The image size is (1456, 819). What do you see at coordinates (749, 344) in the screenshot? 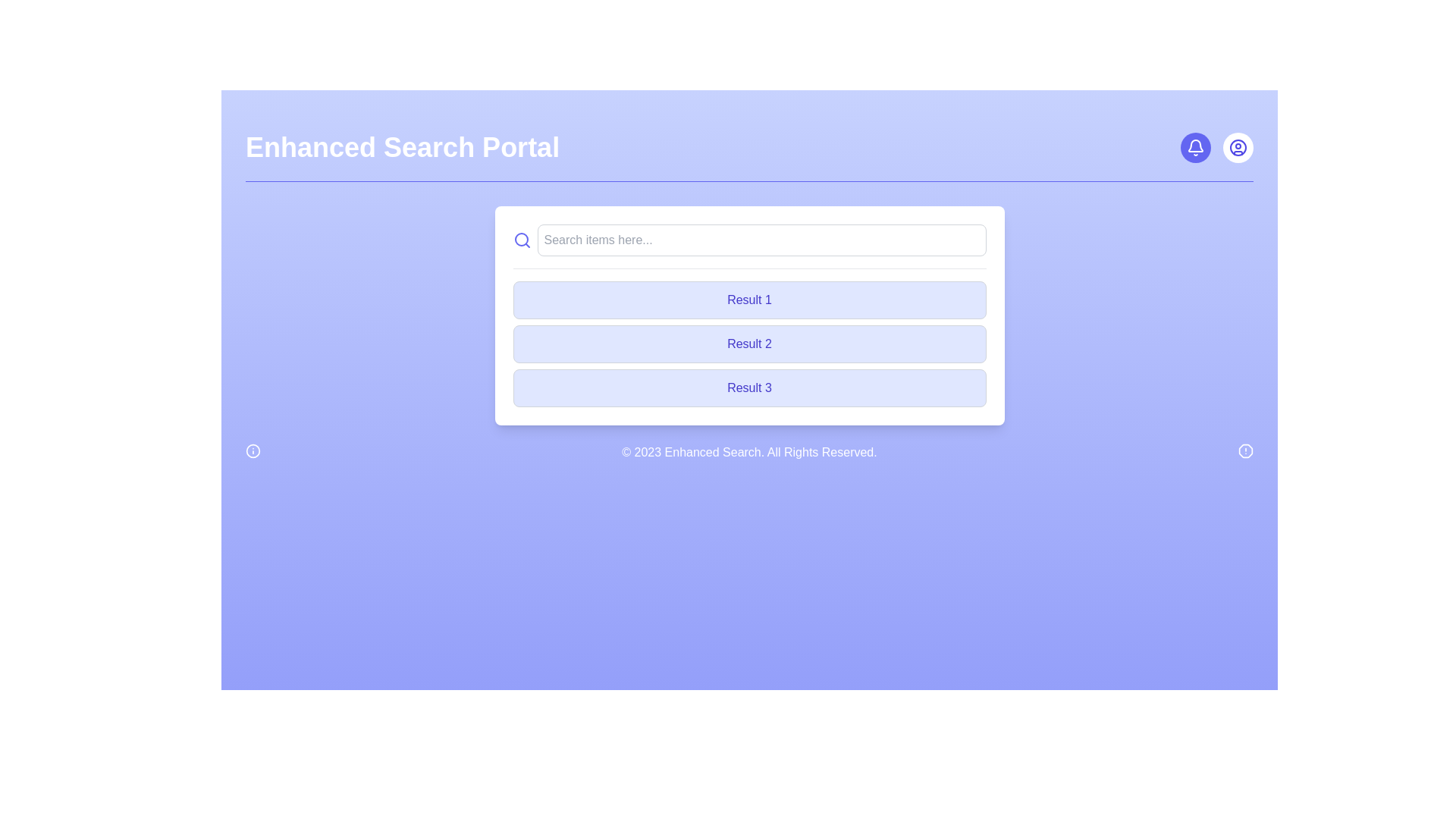
I see `the button labeled 'Result 2', which is the second button in a vertical stack of three buttons on a white card` at bounding box center [749, 344].